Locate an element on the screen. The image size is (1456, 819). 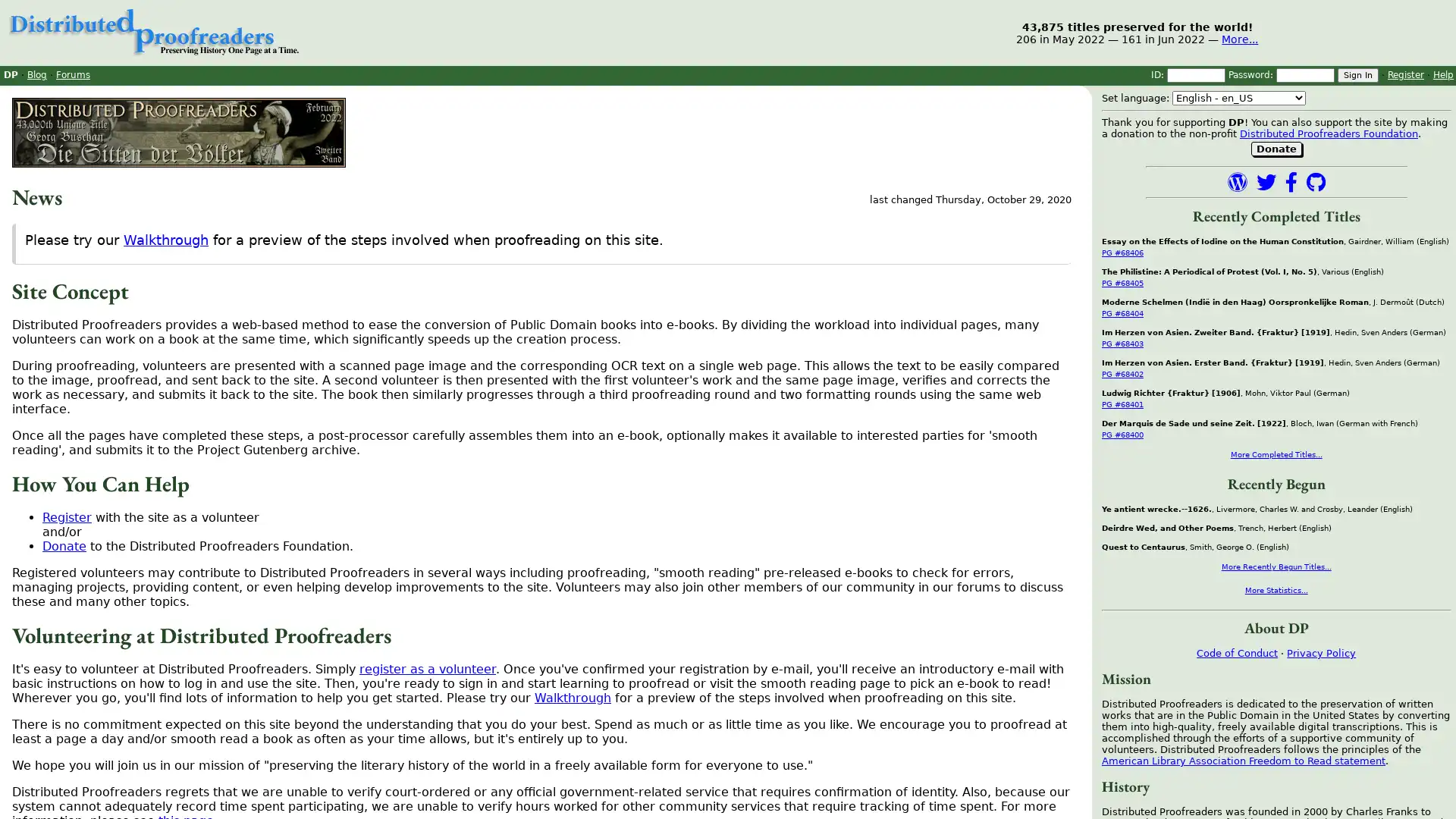
Donate is located at coordinates (1275, 148).